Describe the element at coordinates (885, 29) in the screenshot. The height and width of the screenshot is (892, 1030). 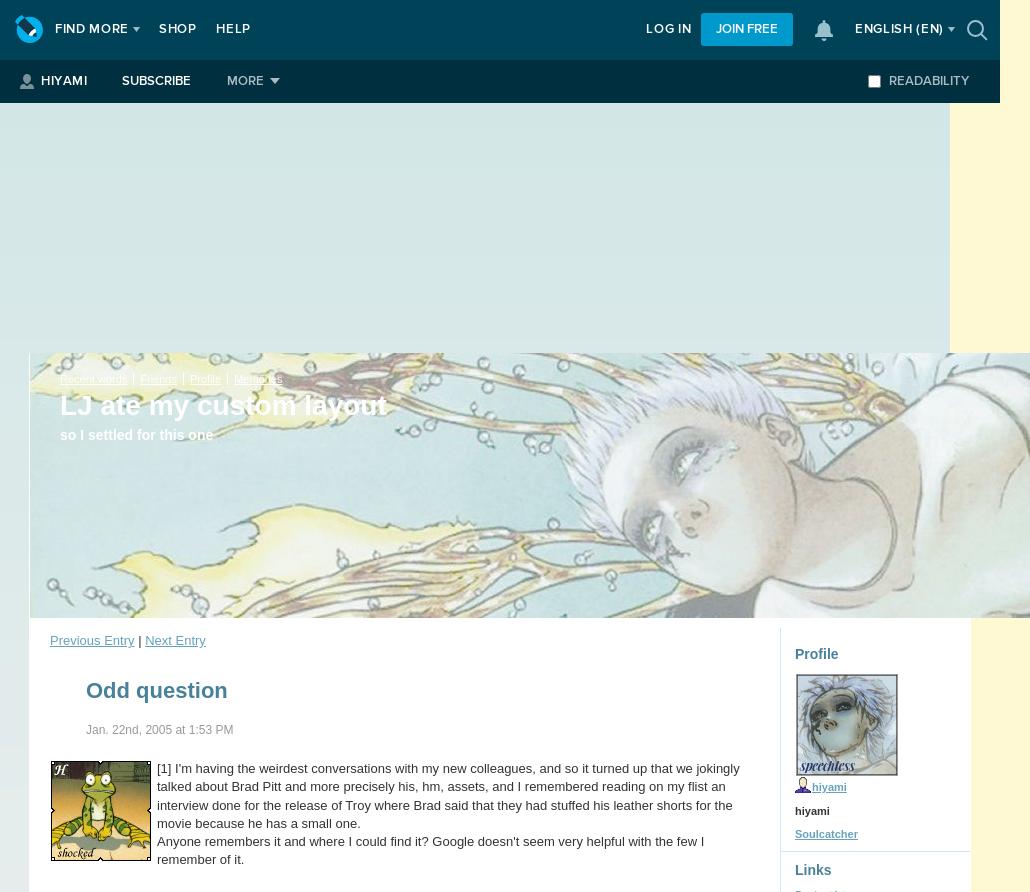
I see `'English'` at that location.